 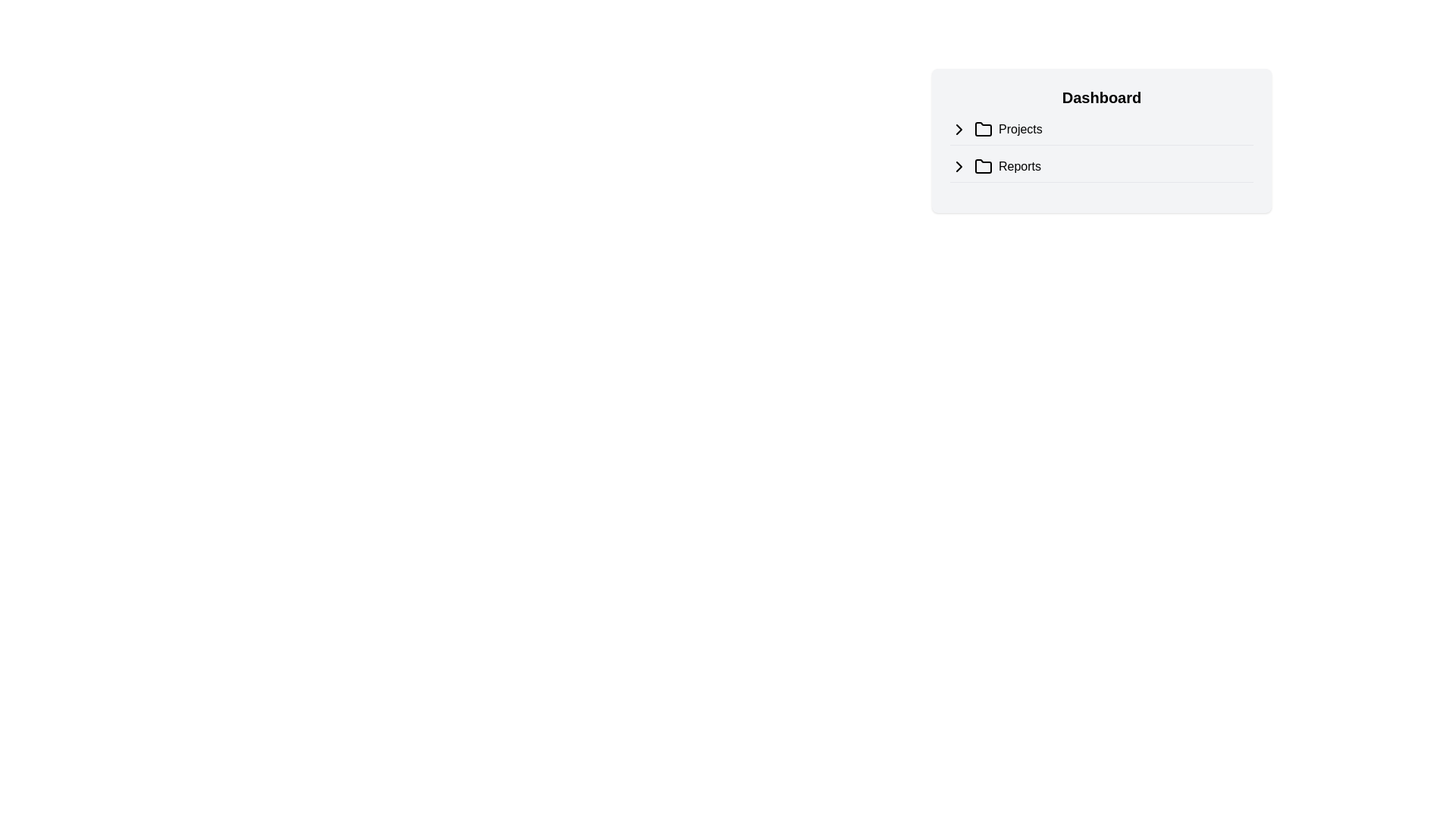 What do you see at coordinates (959, 166) in the screenshot?
I see `the Chevron icon located to the left of the 'Reports' label` at bounding box center [959, 166].